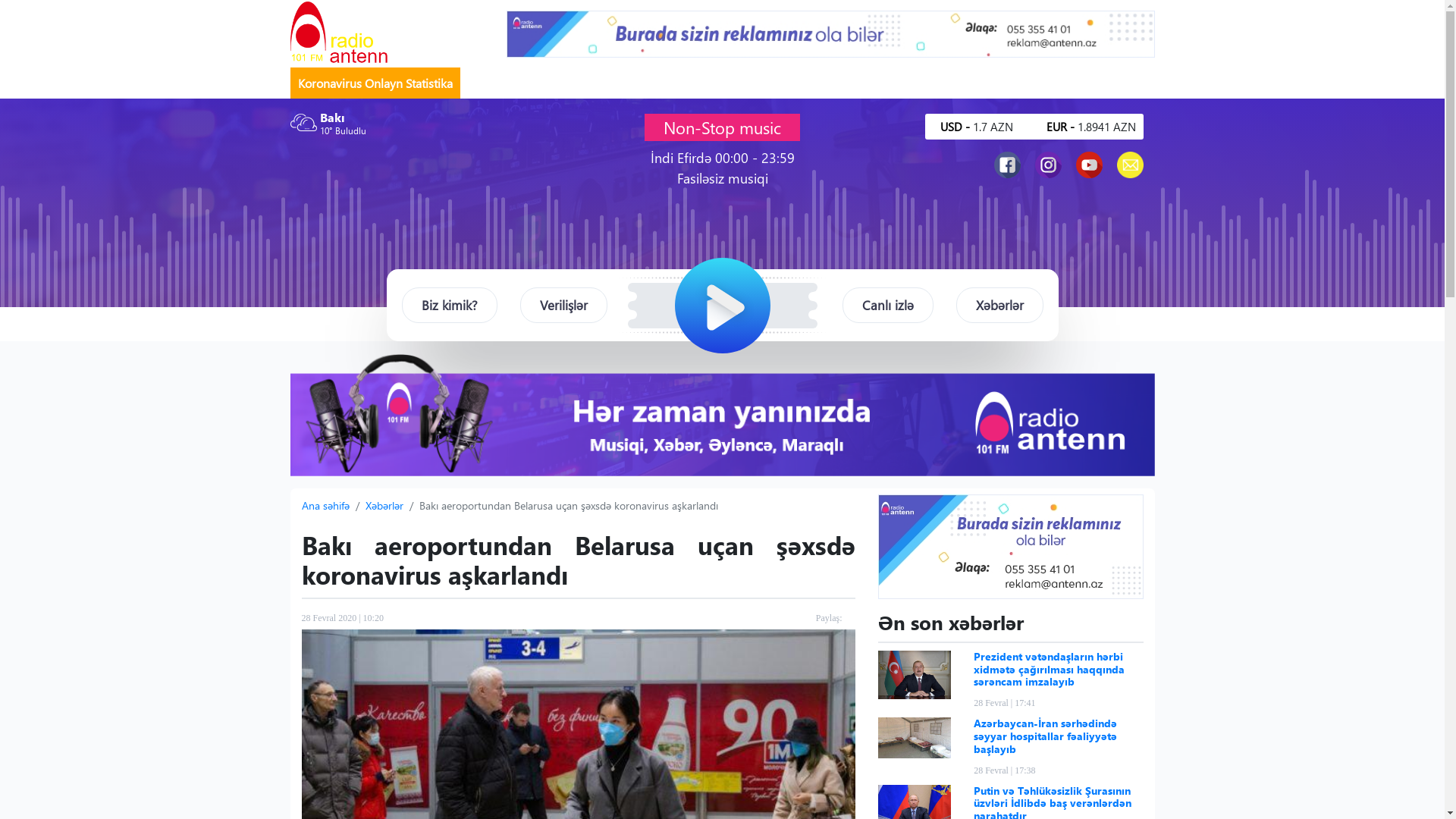 Image resolution: width=1456 pixels, height=819 pixels. What do you see at coordinates (375, 83) in the screenshot?
I see `'Koronavirus Onlayn Statistika'` at bounding box center [375, 83].